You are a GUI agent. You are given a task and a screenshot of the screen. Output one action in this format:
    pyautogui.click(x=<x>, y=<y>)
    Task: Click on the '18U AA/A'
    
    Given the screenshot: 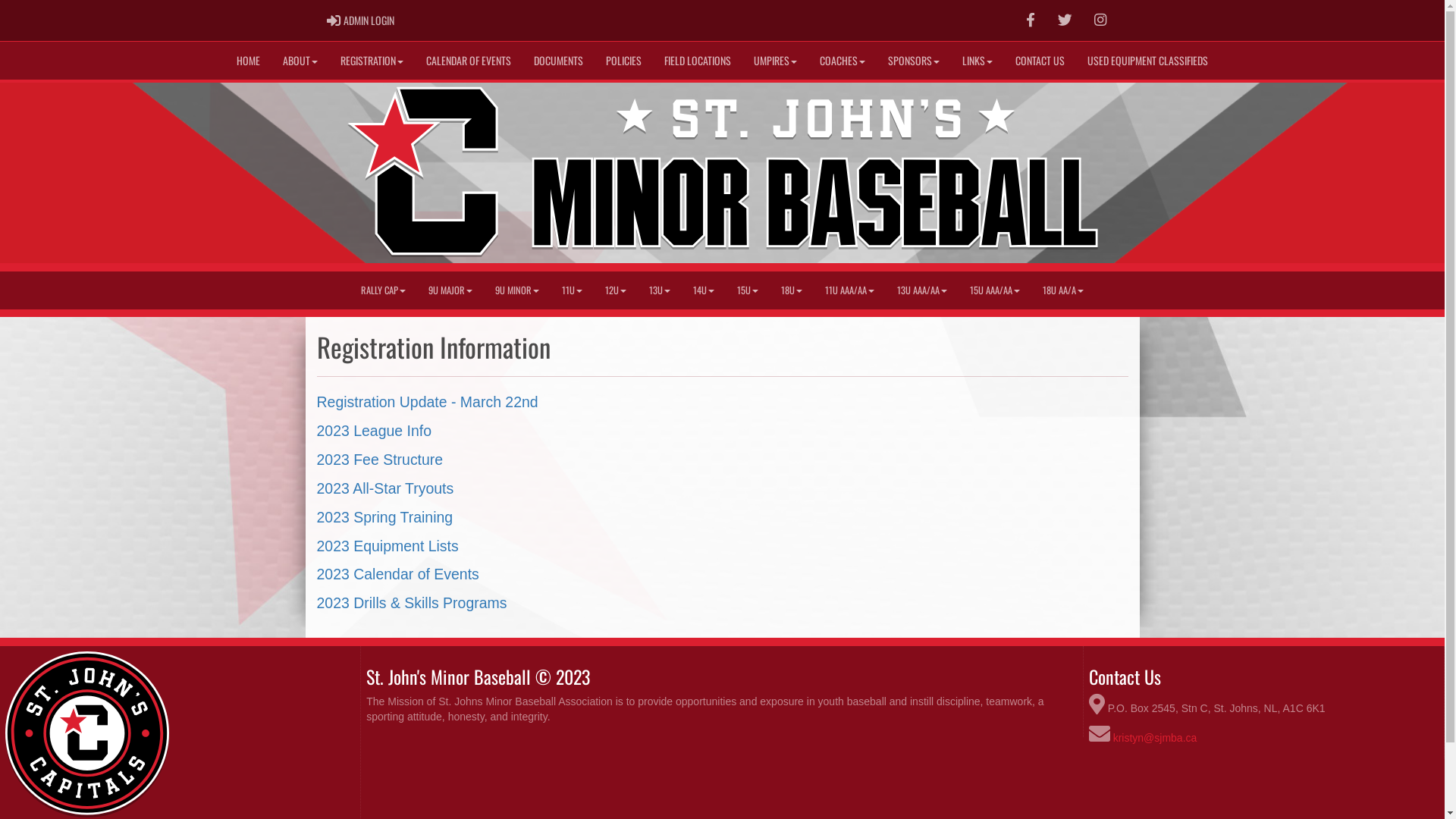 What is the action you would take?
    pyautogui.click(x=1062, y=290)
    